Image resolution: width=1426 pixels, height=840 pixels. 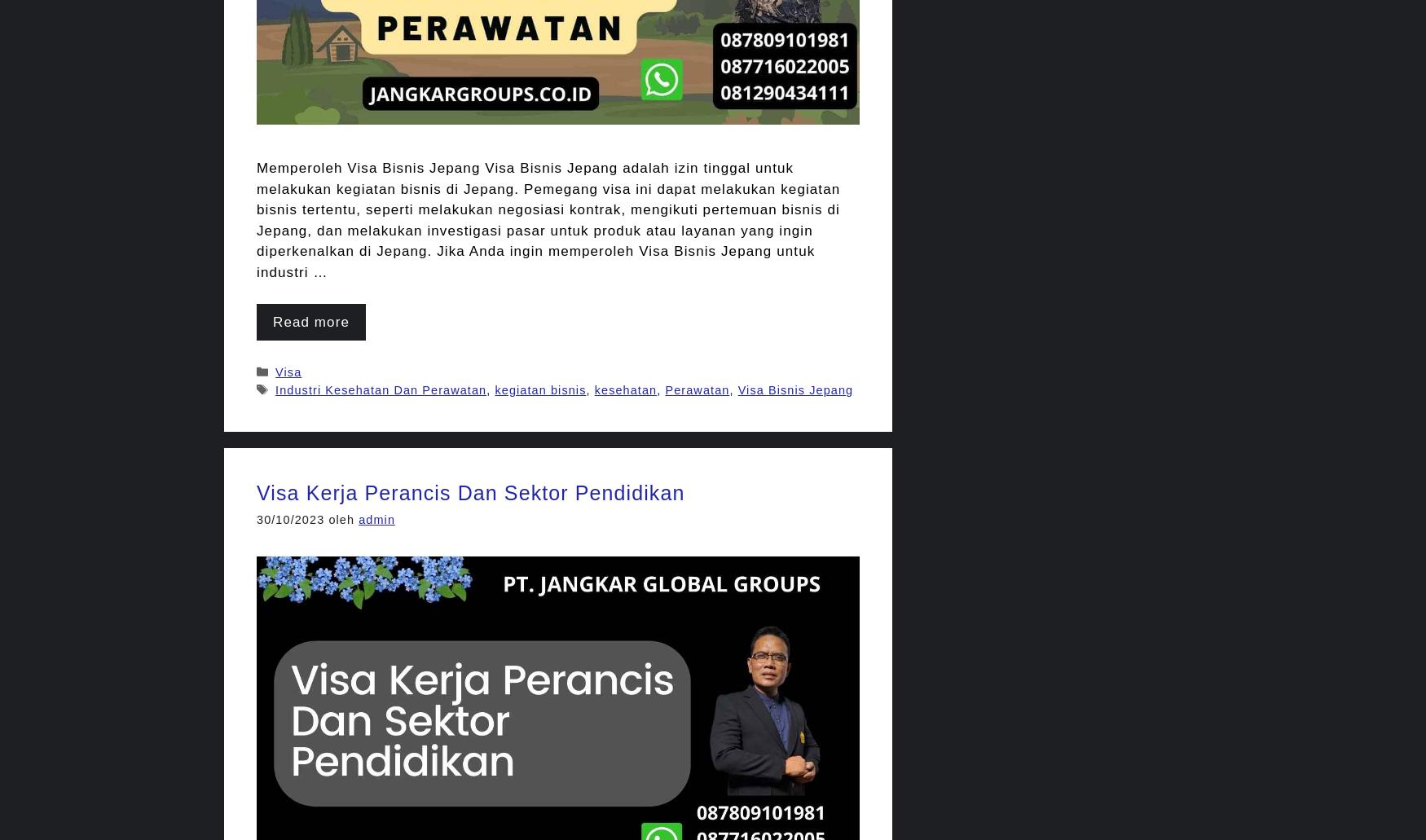 I want to click on 'Industri Kesehatan Dan Perawatan', so click(x=275, y=389).